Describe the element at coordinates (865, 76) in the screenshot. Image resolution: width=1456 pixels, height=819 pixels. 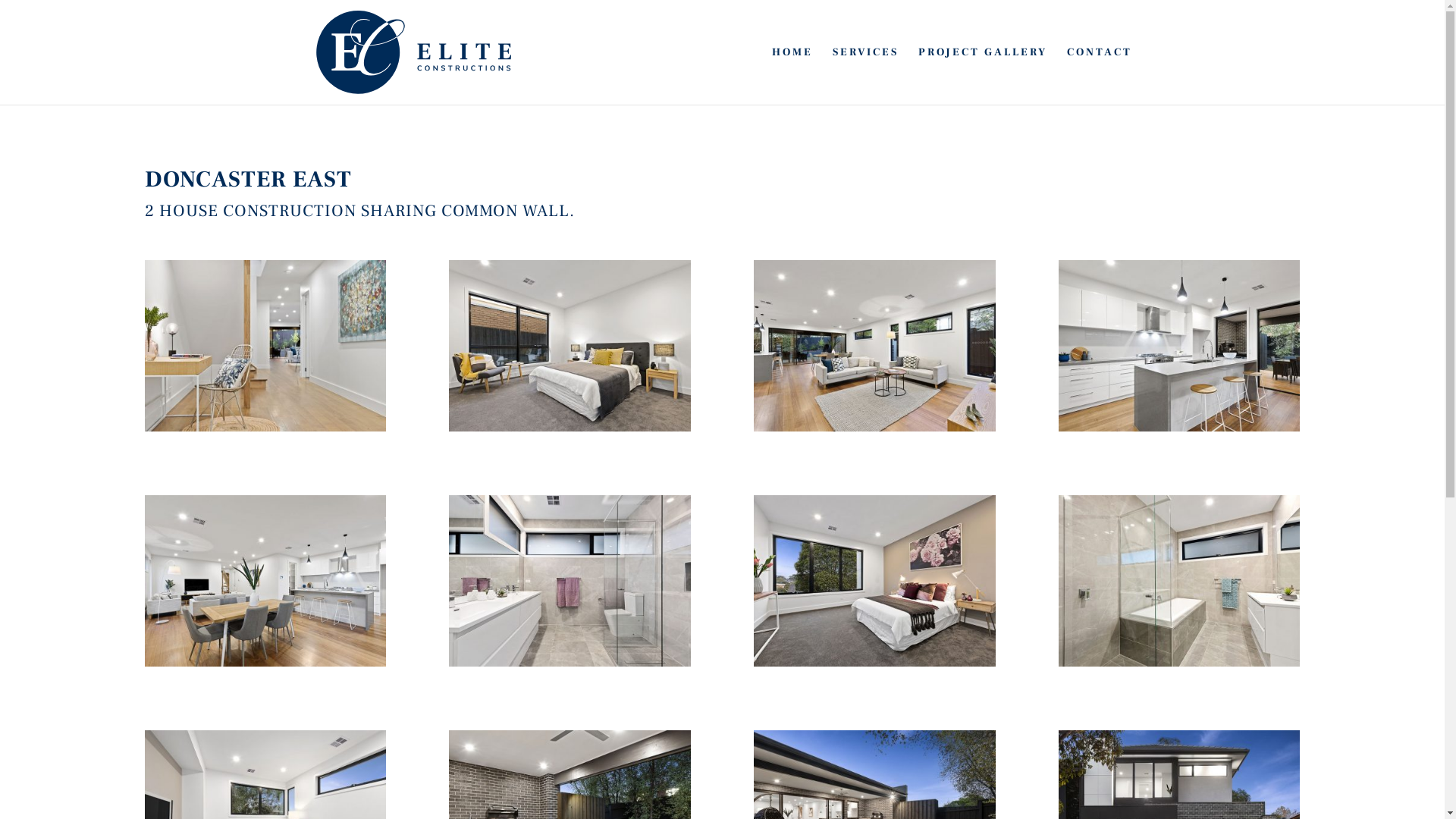
I see `'SERVICES'` at that location.